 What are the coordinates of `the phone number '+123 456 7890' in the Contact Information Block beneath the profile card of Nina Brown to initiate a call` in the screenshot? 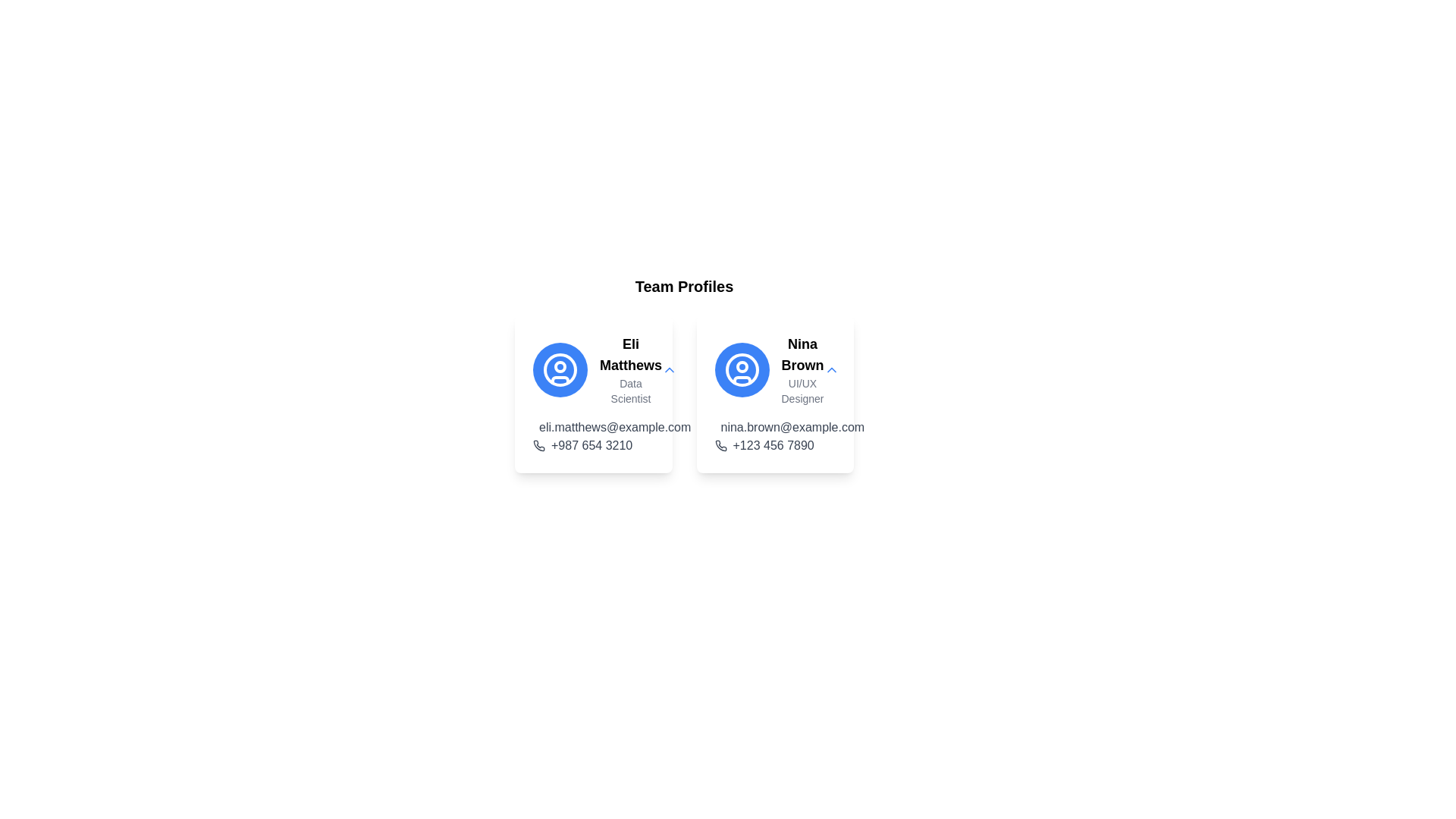 It's located at (775, 436).